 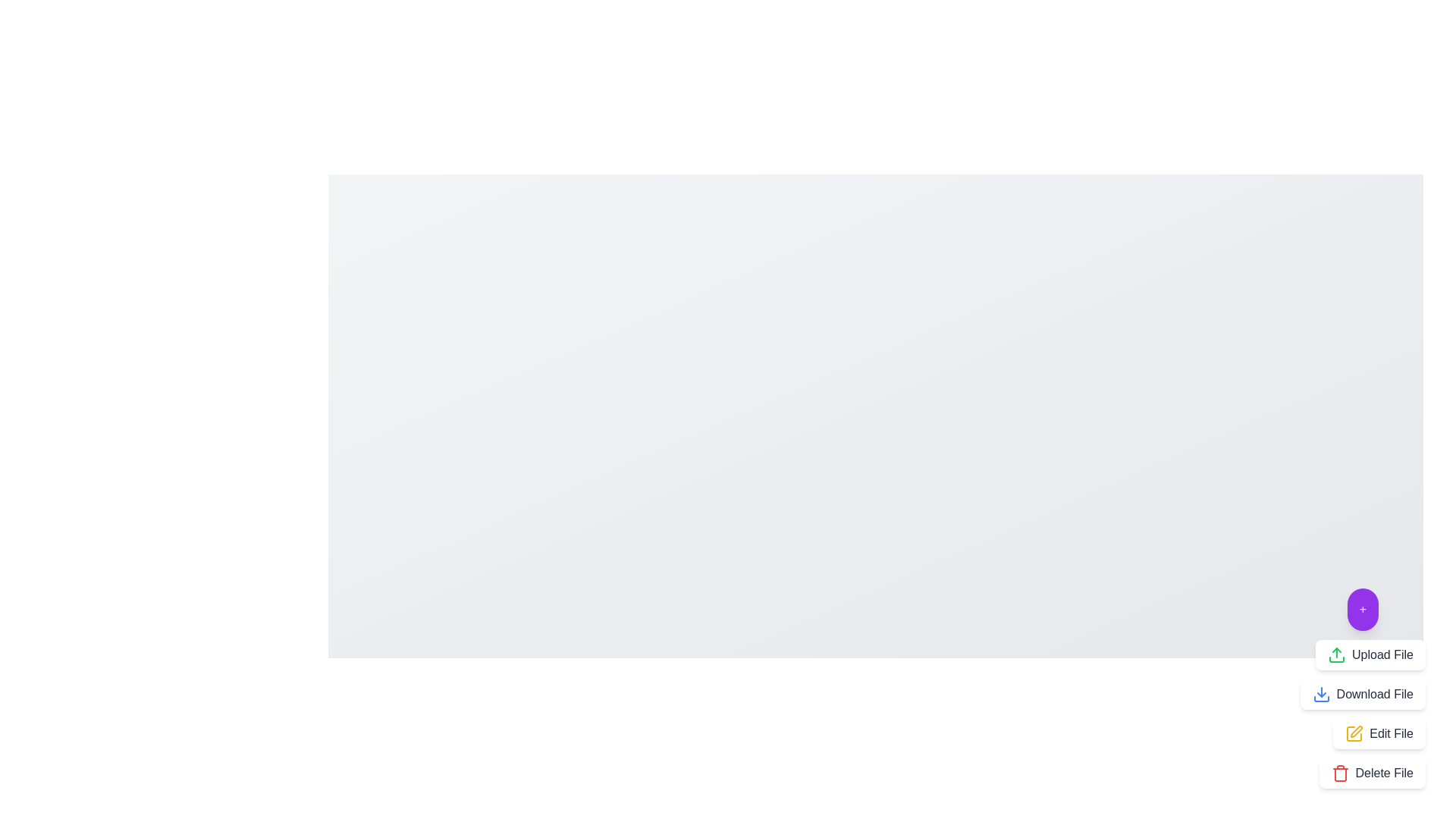 What do you see at coordinates (1362, 608) in the screenshot?
I see `'+' button to toggle the action menu` at bounding box center [1362, 608].